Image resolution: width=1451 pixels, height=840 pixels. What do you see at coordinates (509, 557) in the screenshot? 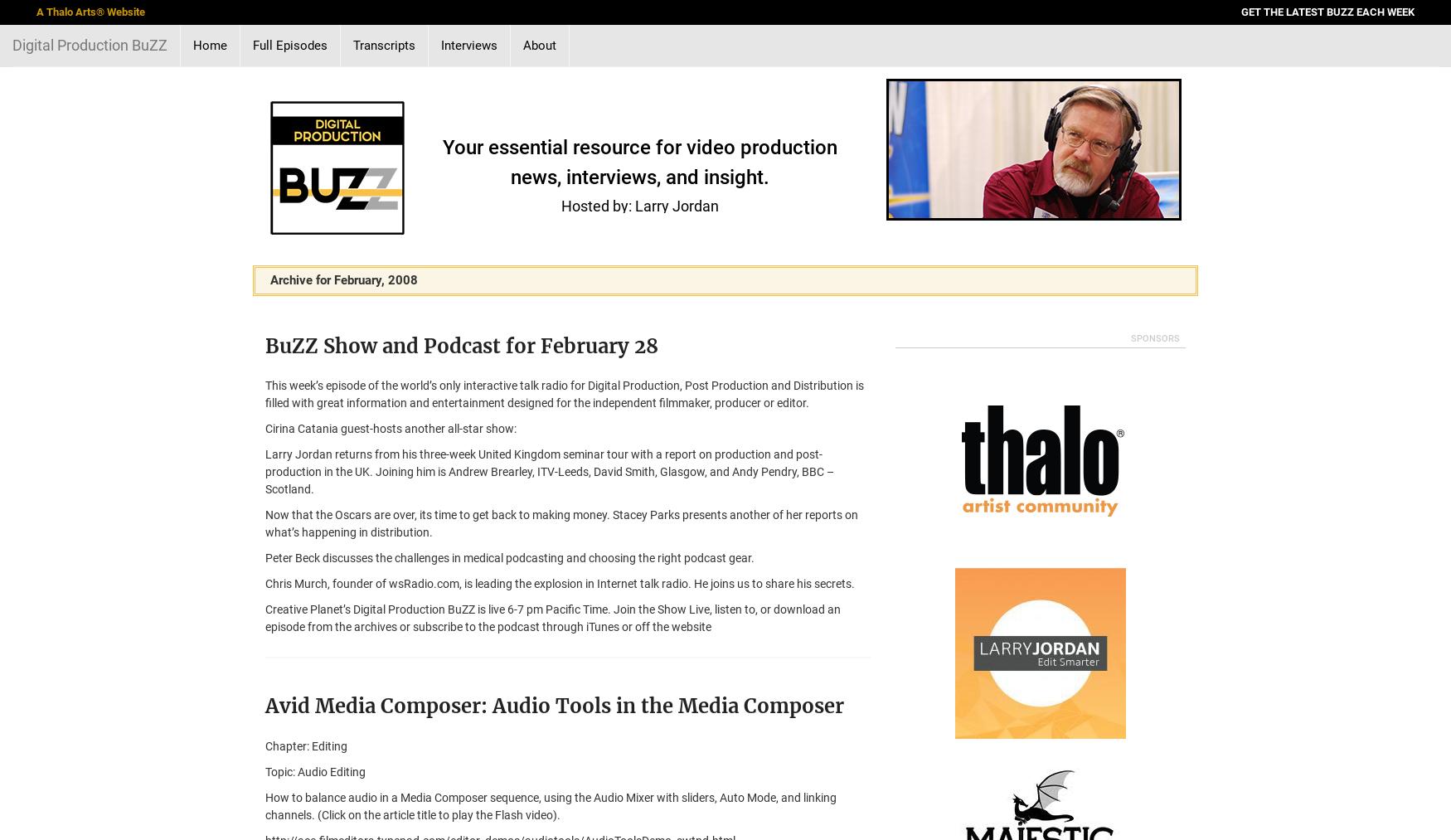
I see `'Peter Beck discusses the challenges in medical podcasting and choosing the right podcast gear.'` at bounding box center [509, 557].